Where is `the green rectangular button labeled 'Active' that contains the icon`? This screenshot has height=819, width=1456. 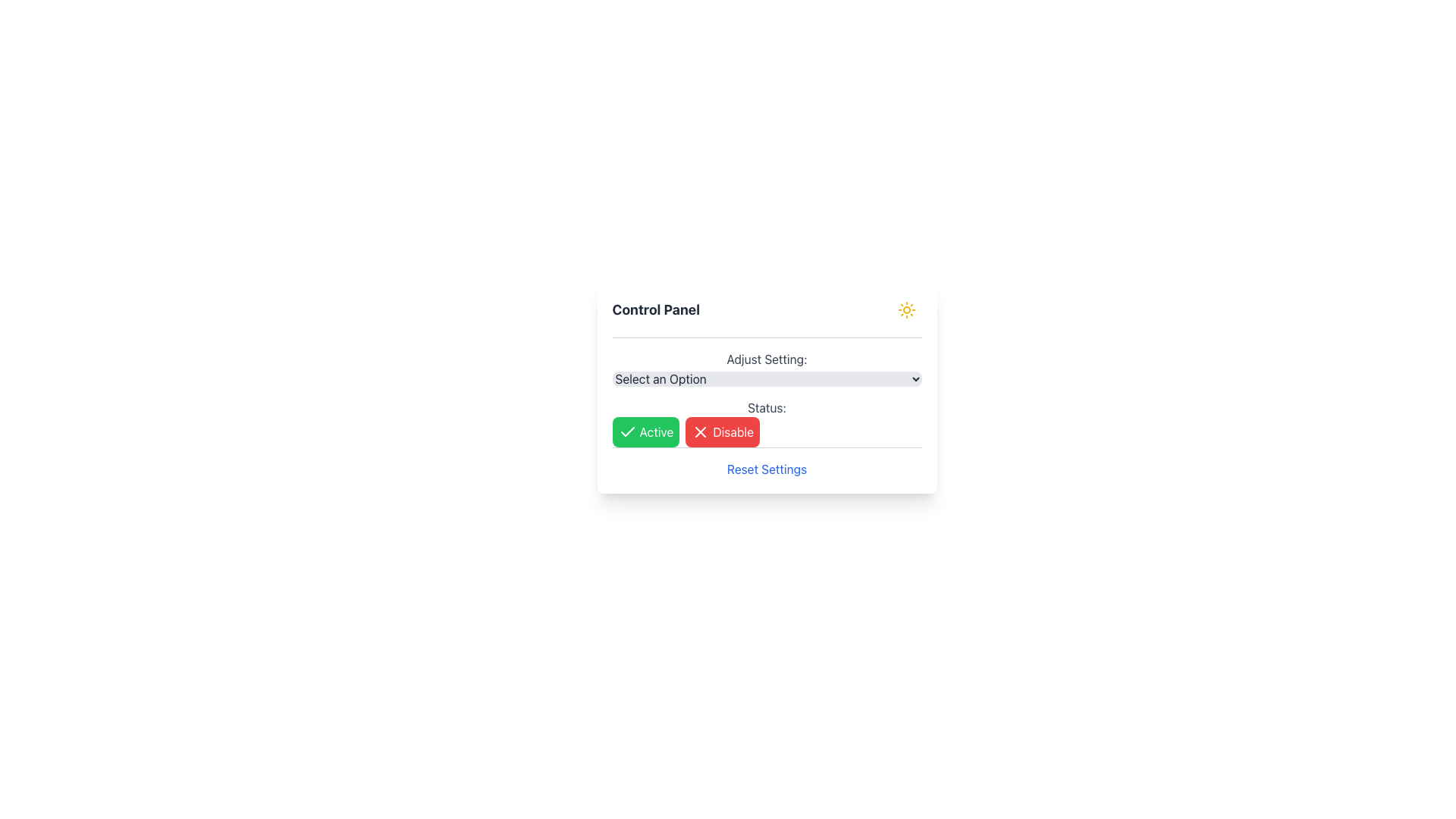
the green rectangular button labeled 'Active' that contains the icon is located at coordinates (627, 431).